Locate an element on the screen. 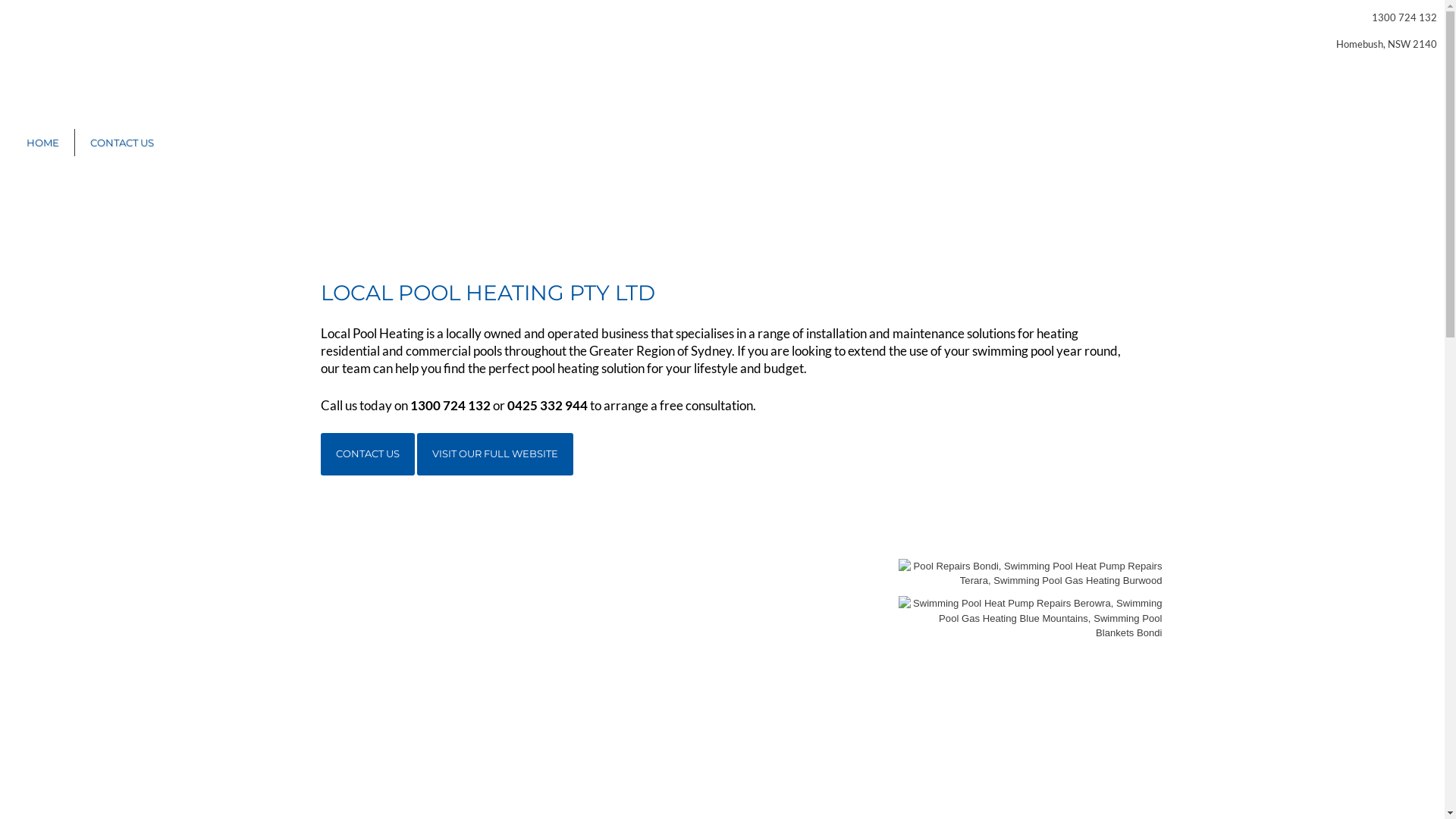  'HOME' is located at coordinates (11, 143).